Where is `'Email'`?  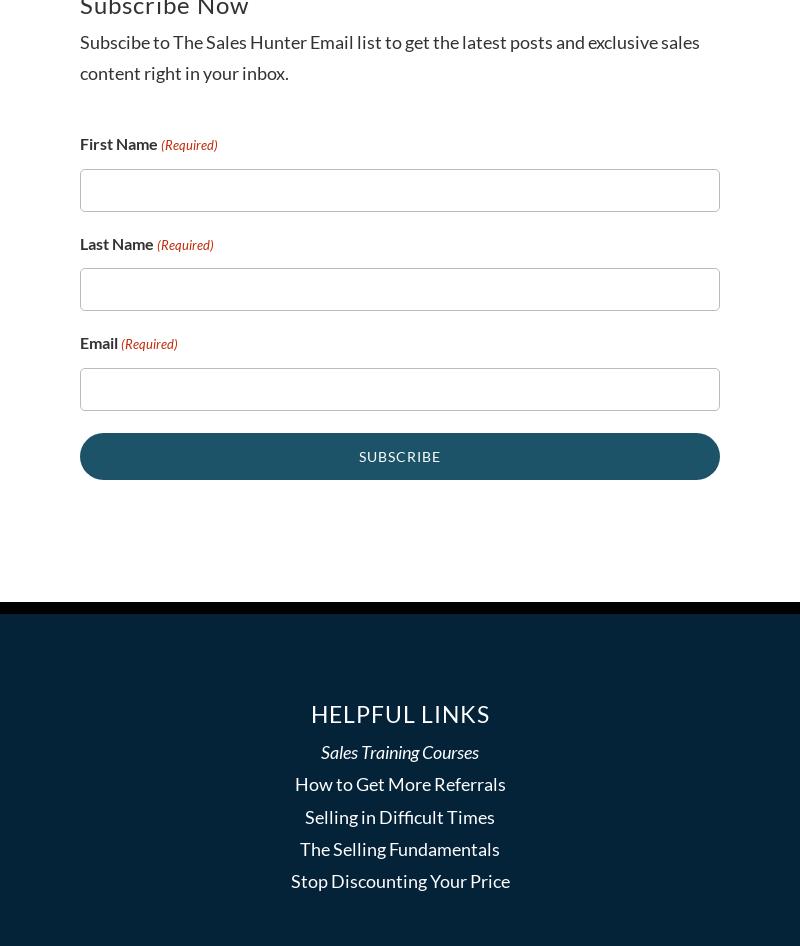
'Email' is located at coordinates (80, 342).